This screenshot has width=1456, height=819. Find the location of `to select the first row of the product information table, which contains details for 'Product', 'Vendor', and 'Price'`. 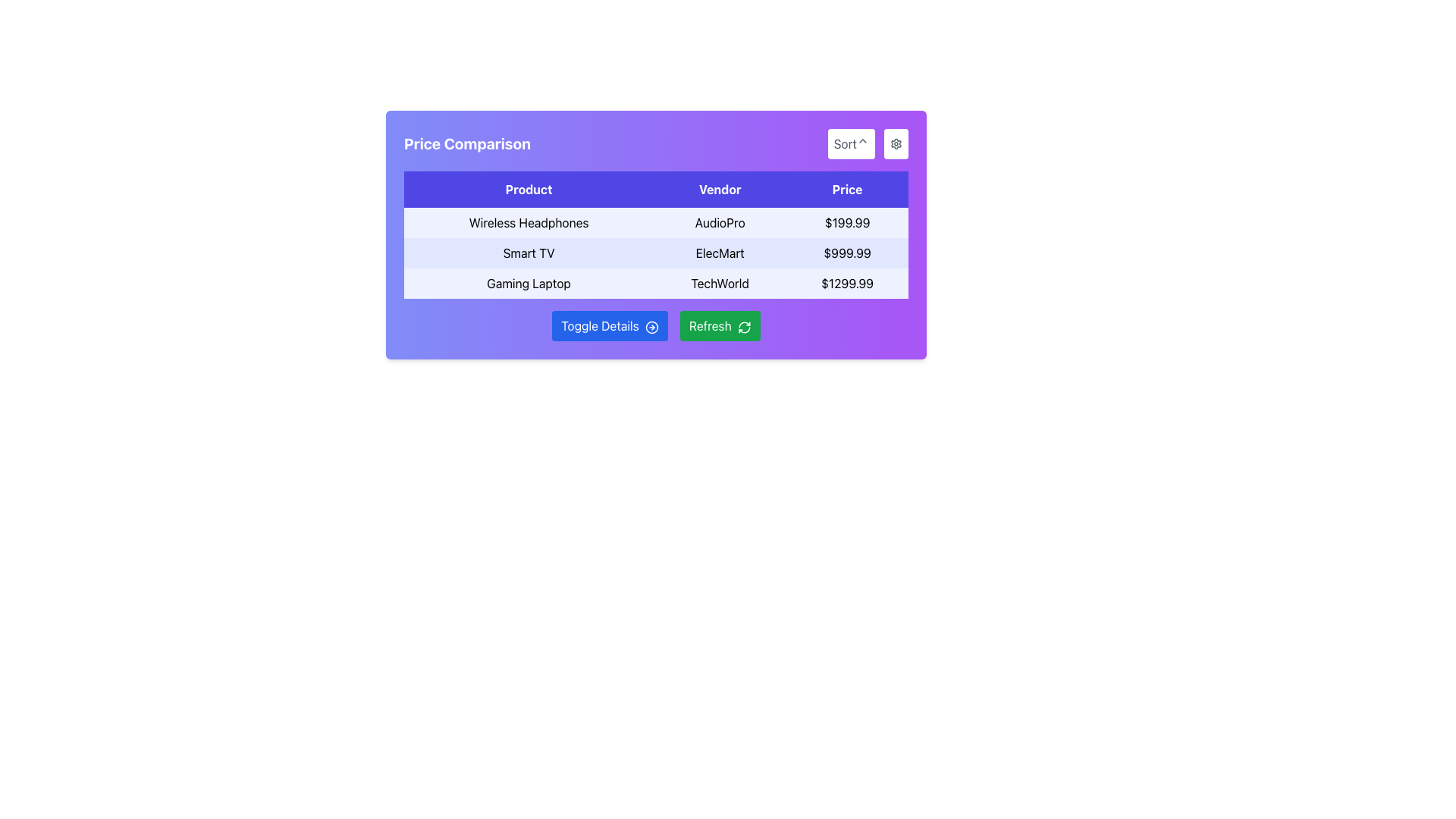

to select the first row of the product information table, which contains details for 'Product', 'Vendor', and 'Price' is located at coordinates (656, 222).